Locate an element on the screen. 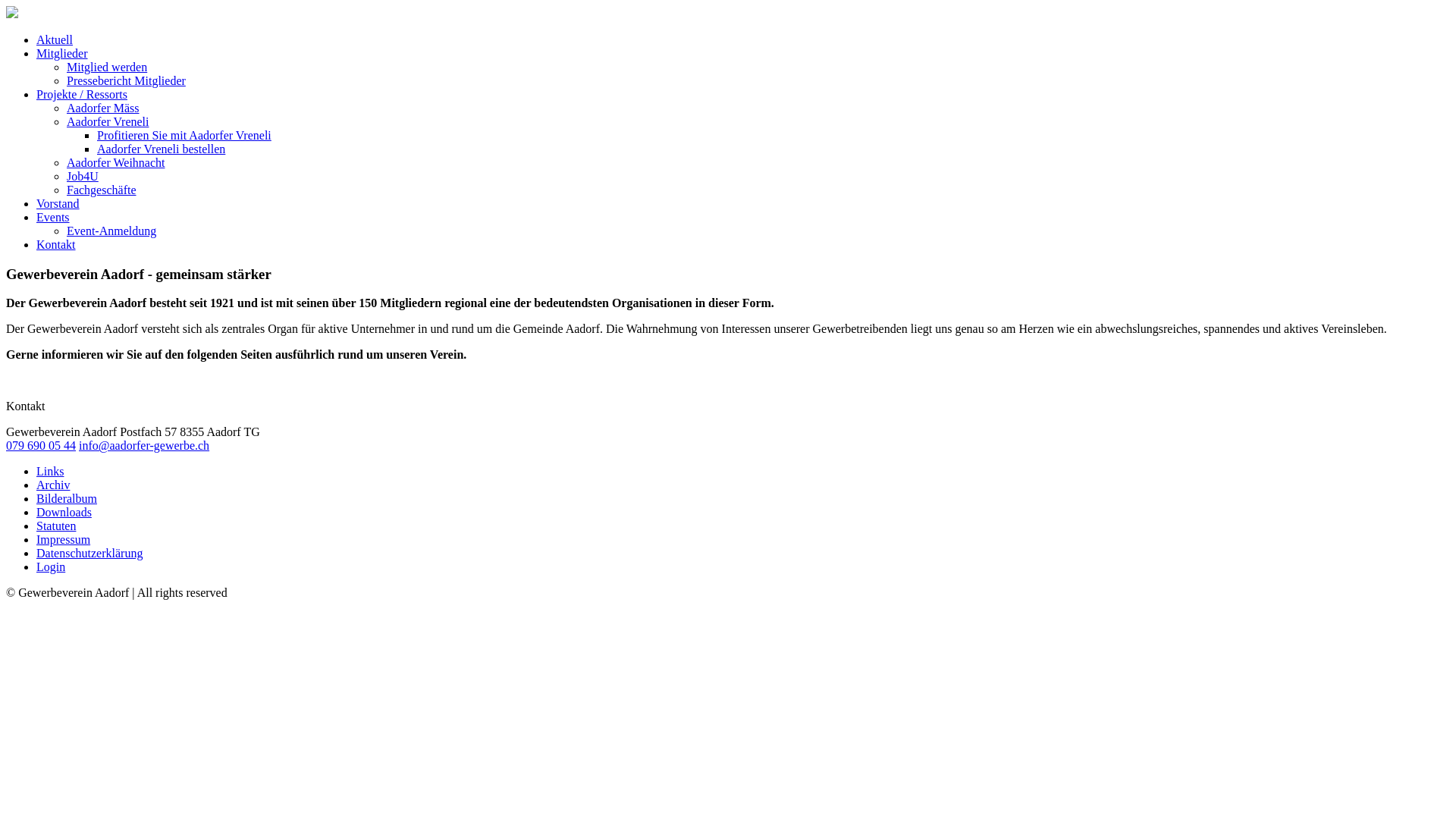 The height and width of the screenshot is (819, 1456). 'Bilderalbum' is located at coordinates (65, 498).